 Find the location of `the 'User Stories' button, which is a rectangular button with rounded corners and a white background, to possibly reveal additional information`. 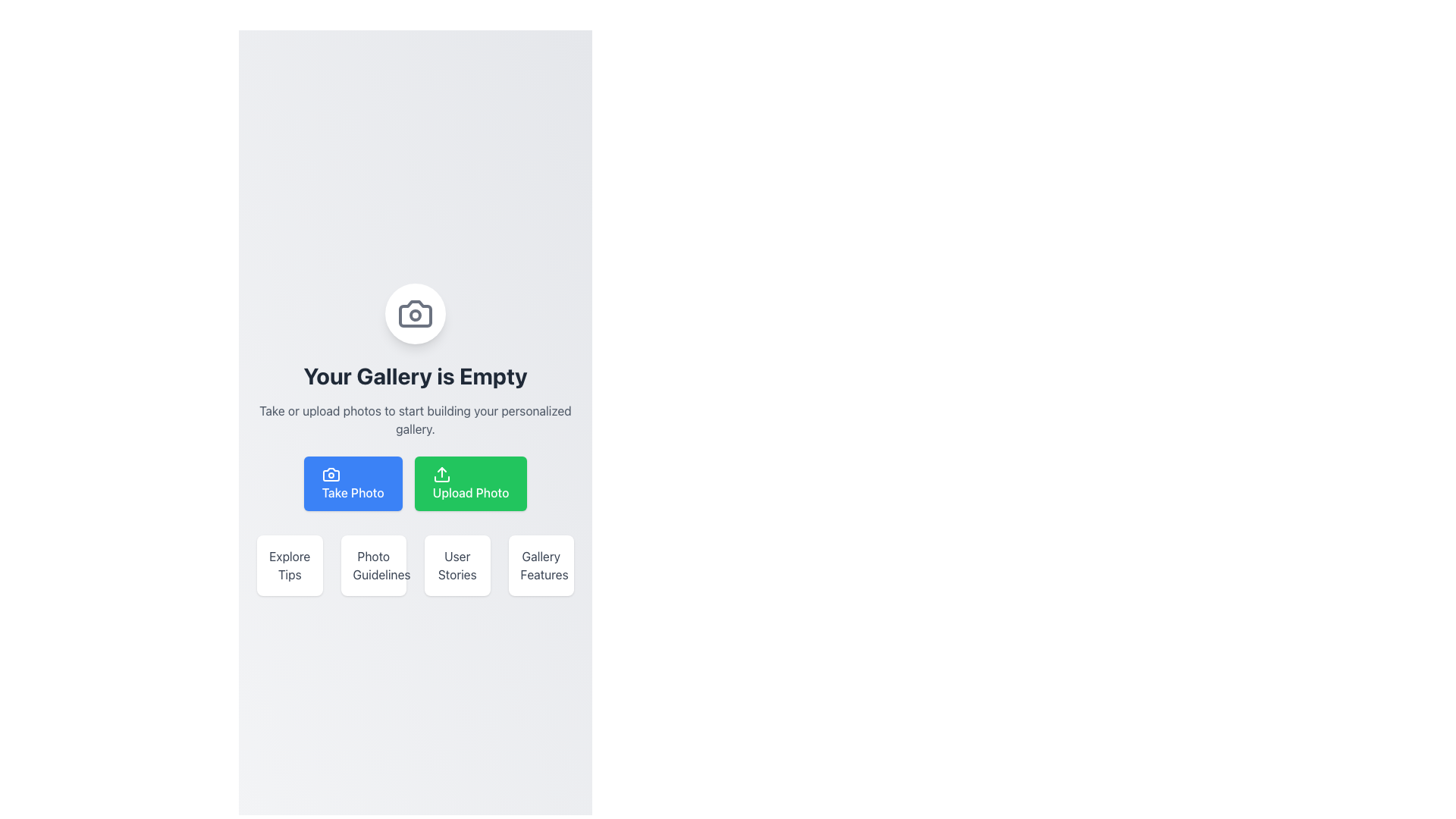

the 'User Stories' button, which is a rectangular button with rounded corners and a white background, to possibly reveal additional information is located at coordinates (457, 565).